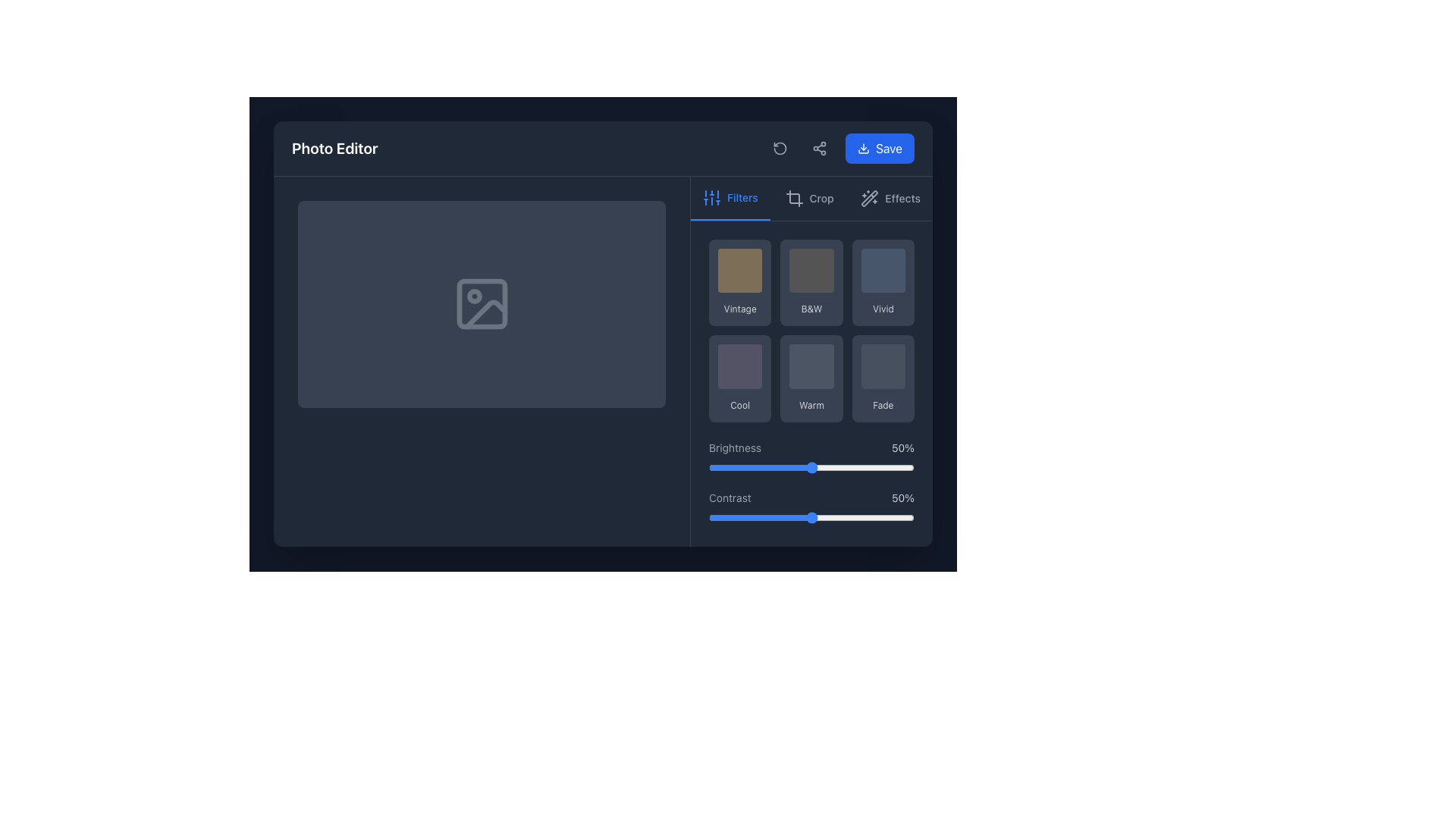  I want to click on value displayed in the text label showing '50%' in gray color, located to the right of the 'Contrast' label within the contrast adjustment section of the photo editor interface, so click(902, 497).